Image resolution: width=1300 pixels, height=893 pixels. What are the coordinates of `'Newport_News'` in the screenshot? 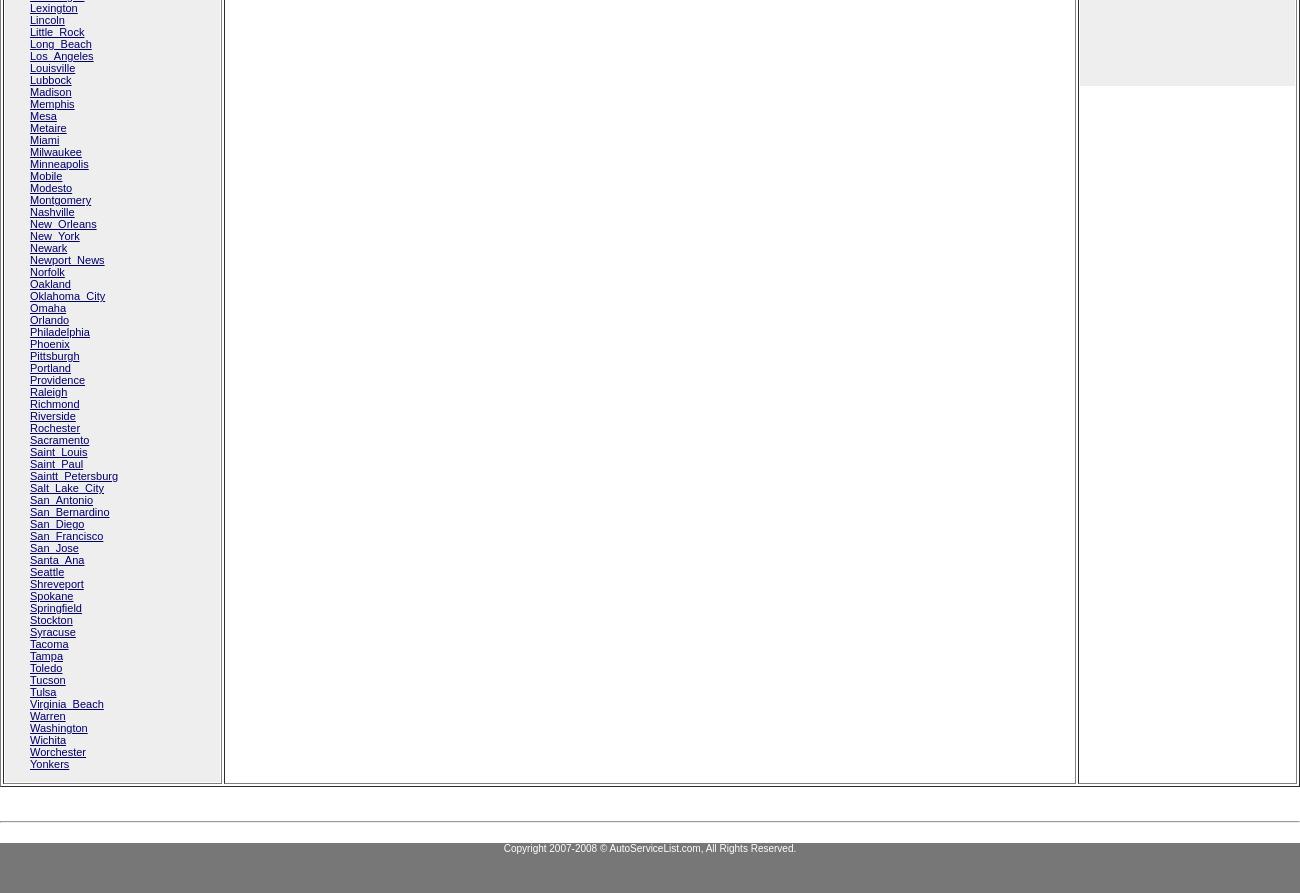 It's located at (66, 259).